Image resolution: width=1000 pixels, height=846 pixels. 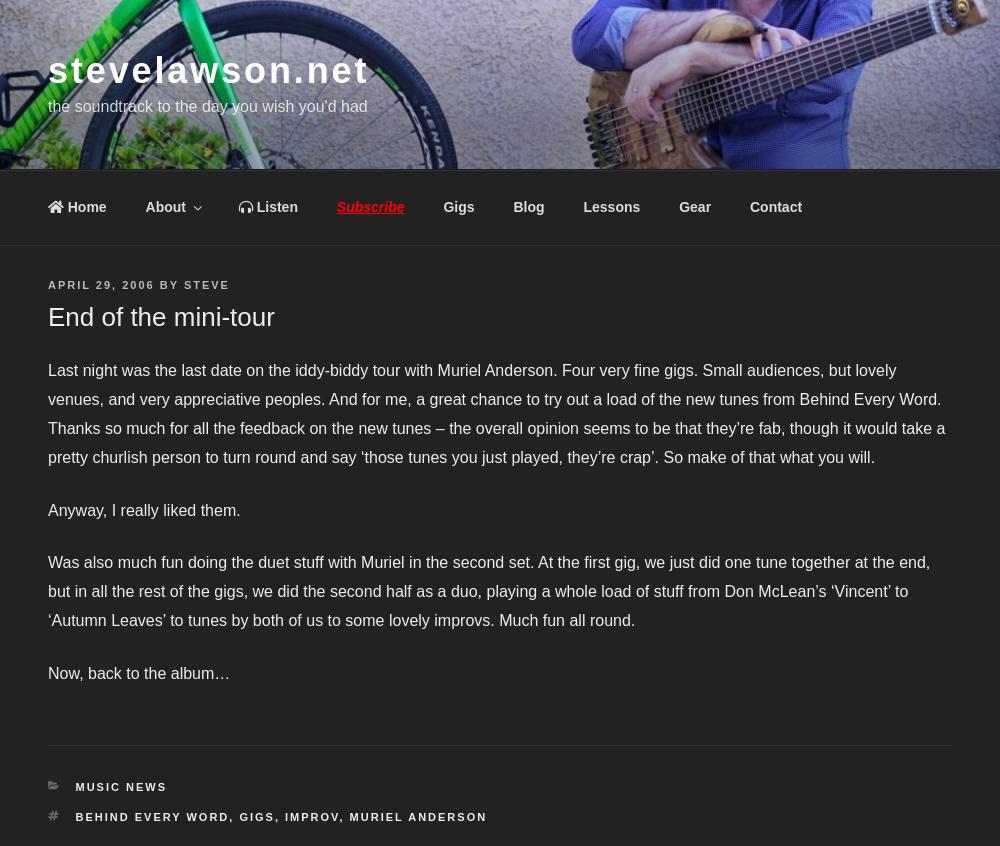 What do you see at coordinates (528, 206) in the screenshot?
I see `'Blog'` at bounding box center [528, 206].